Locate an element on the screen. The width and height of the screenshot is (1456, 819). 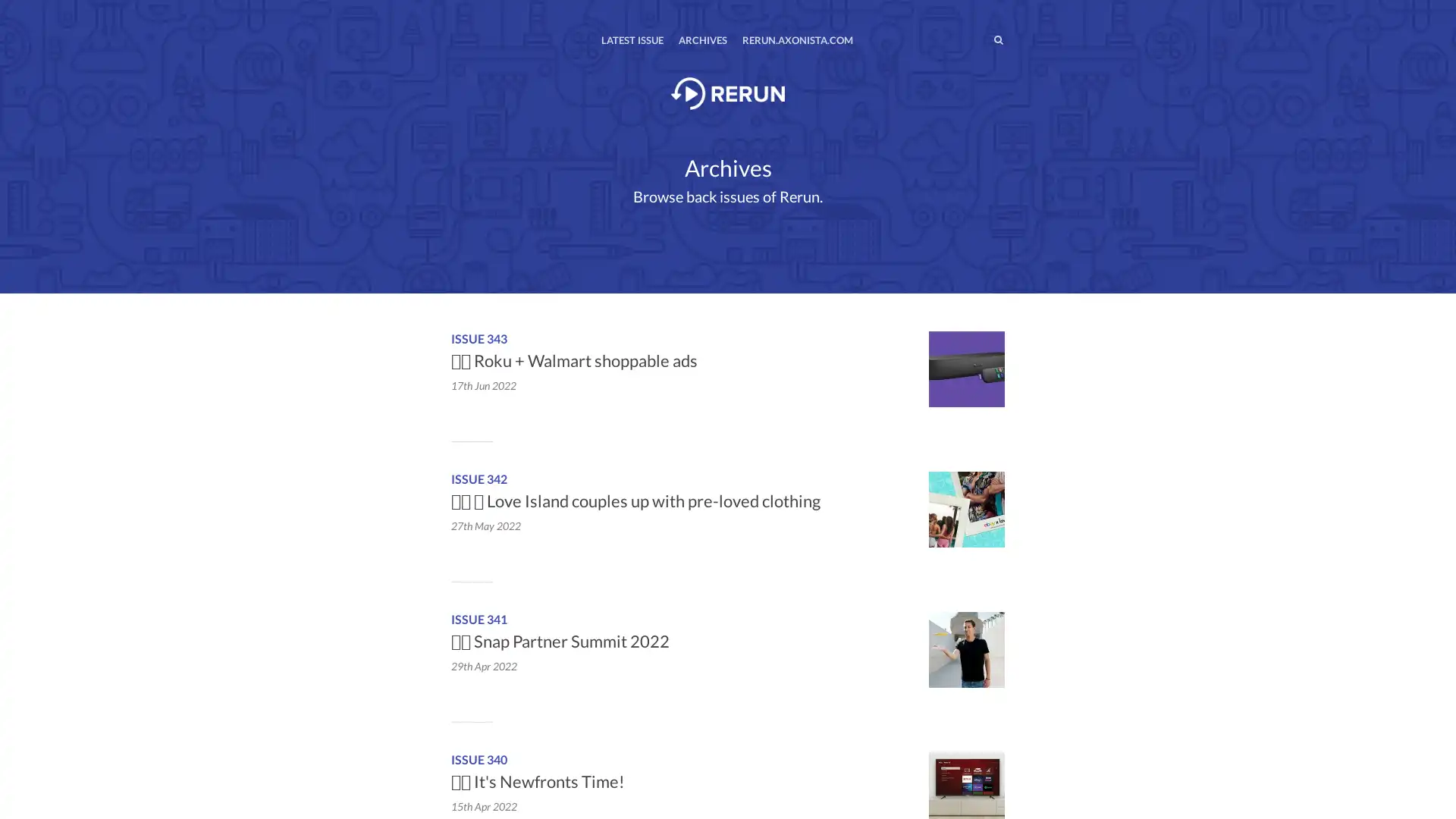
SEARCH is located at coordinates (966, 39).